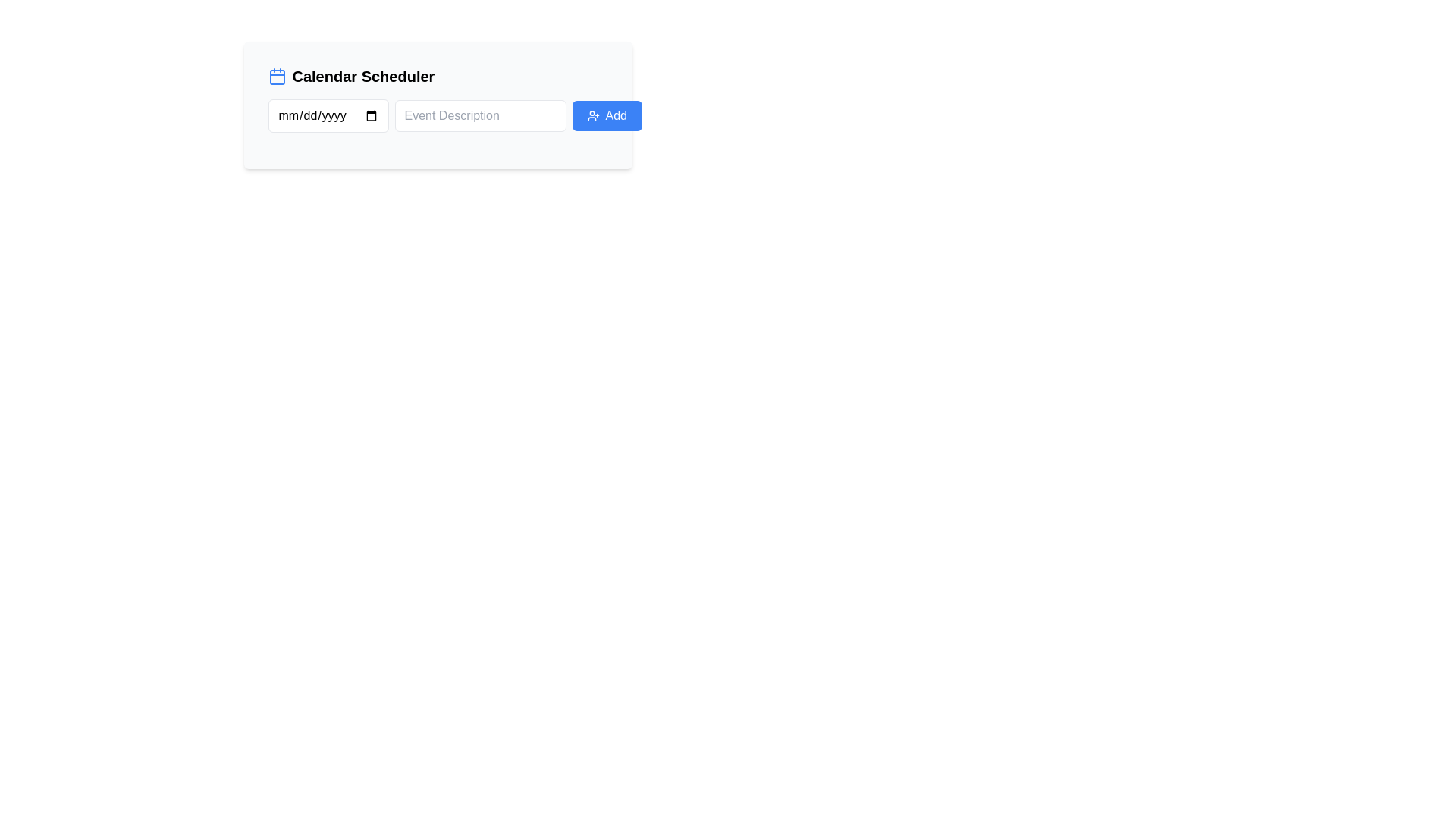 This screenshot has height=819, width=1456. Describe the element at coordinates (327, 115) in the screenshot. I see `the Date Input Field, which is the first element in a horizontal layout group containing two input fields and a button, to focus on it` at that location.